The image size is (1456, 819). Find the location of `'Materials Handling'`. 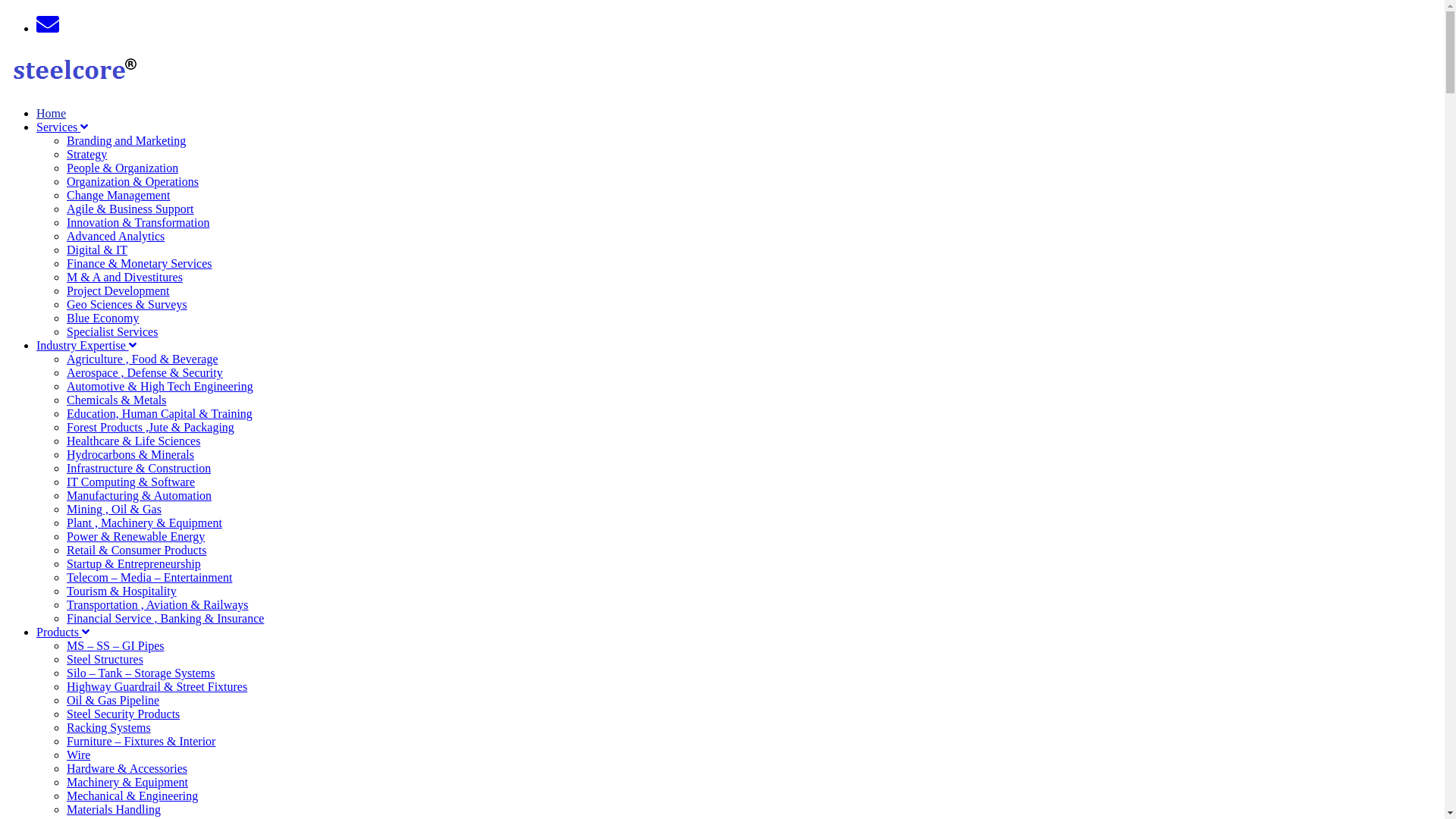

'Materials Handling' is located at coordinates (112, 808).